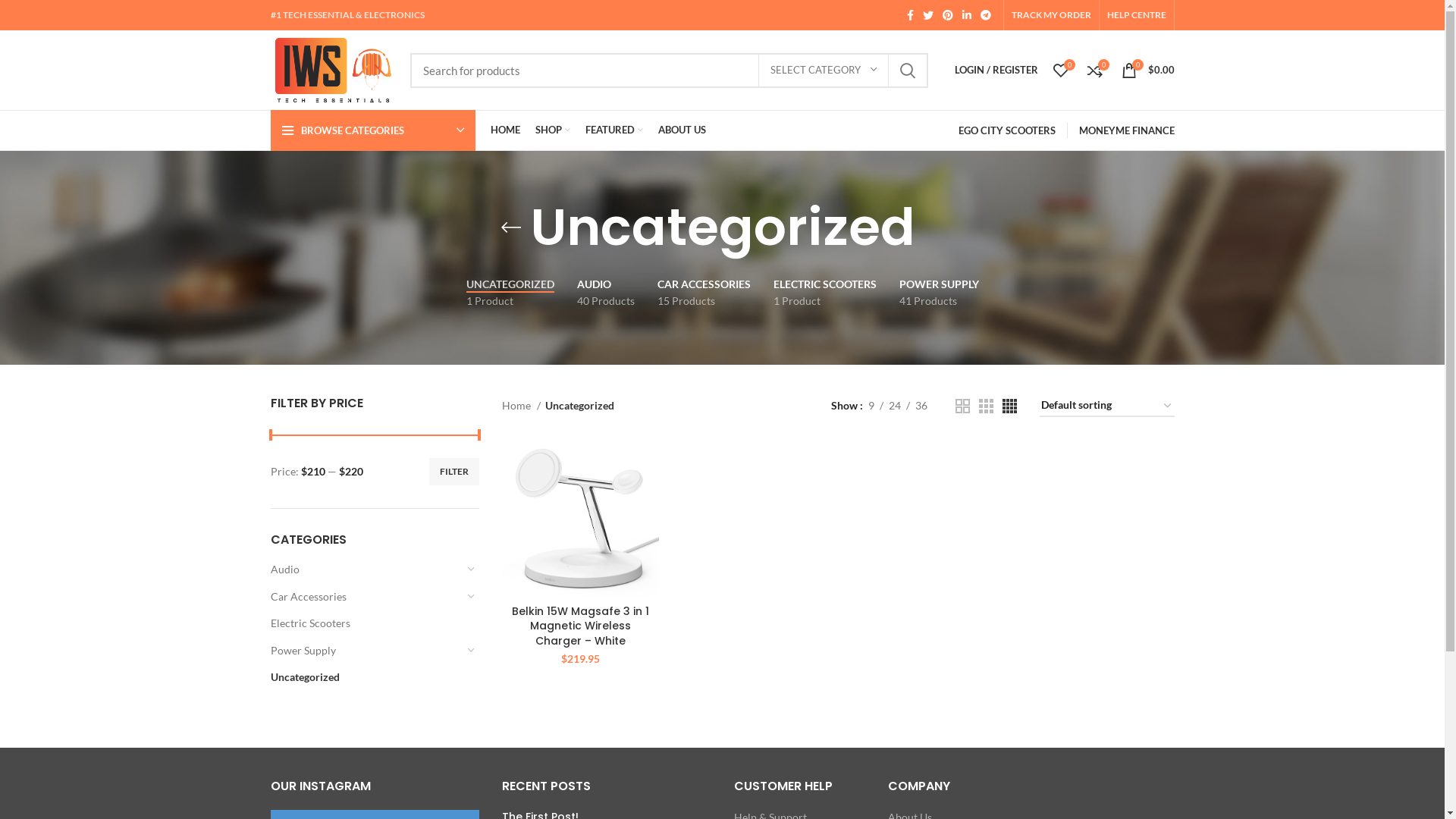  What do you see at coordinates (871, 405) in the screenshot?
I see `'9'` at bounding box center [871, 405].